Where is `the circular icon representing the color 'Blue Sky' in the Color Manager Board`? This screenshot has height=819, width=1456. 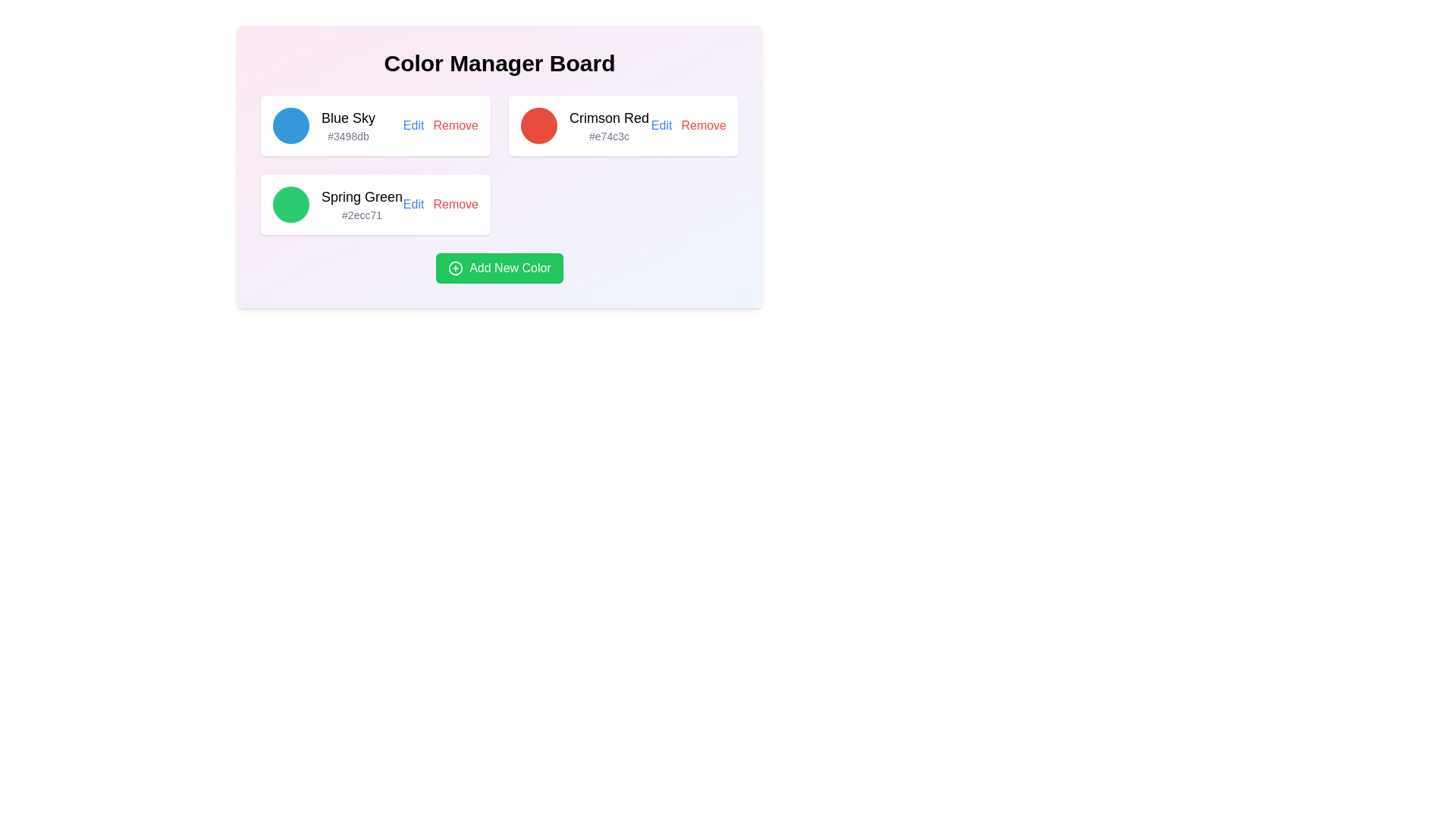 the circular icon representing the color 'Blue Sky' in the Color Manager Board is located at coordinates (291, 124).